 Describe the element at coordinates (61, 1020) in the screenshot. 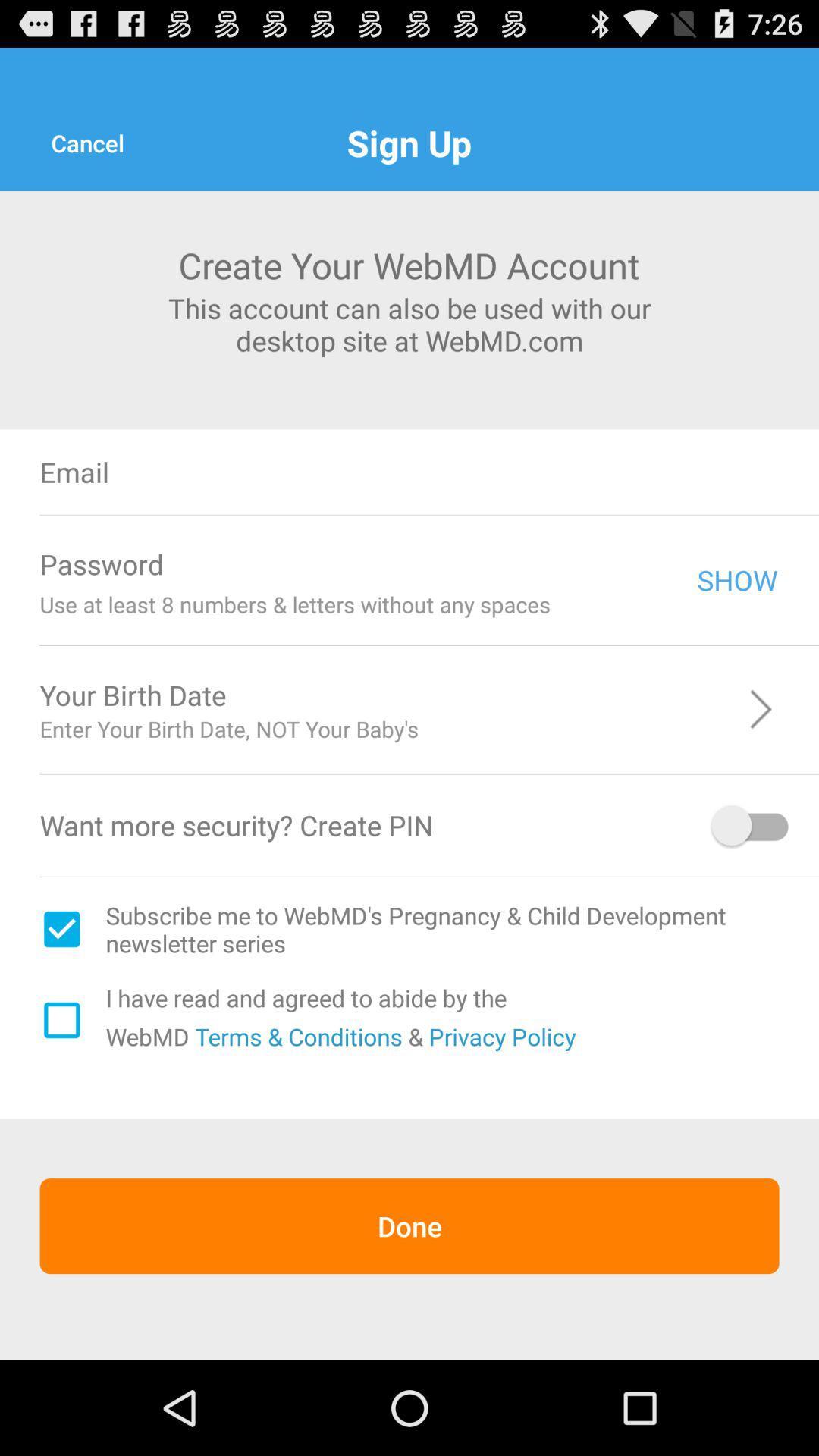

I see `check this box if you are agree to t c` at that location.